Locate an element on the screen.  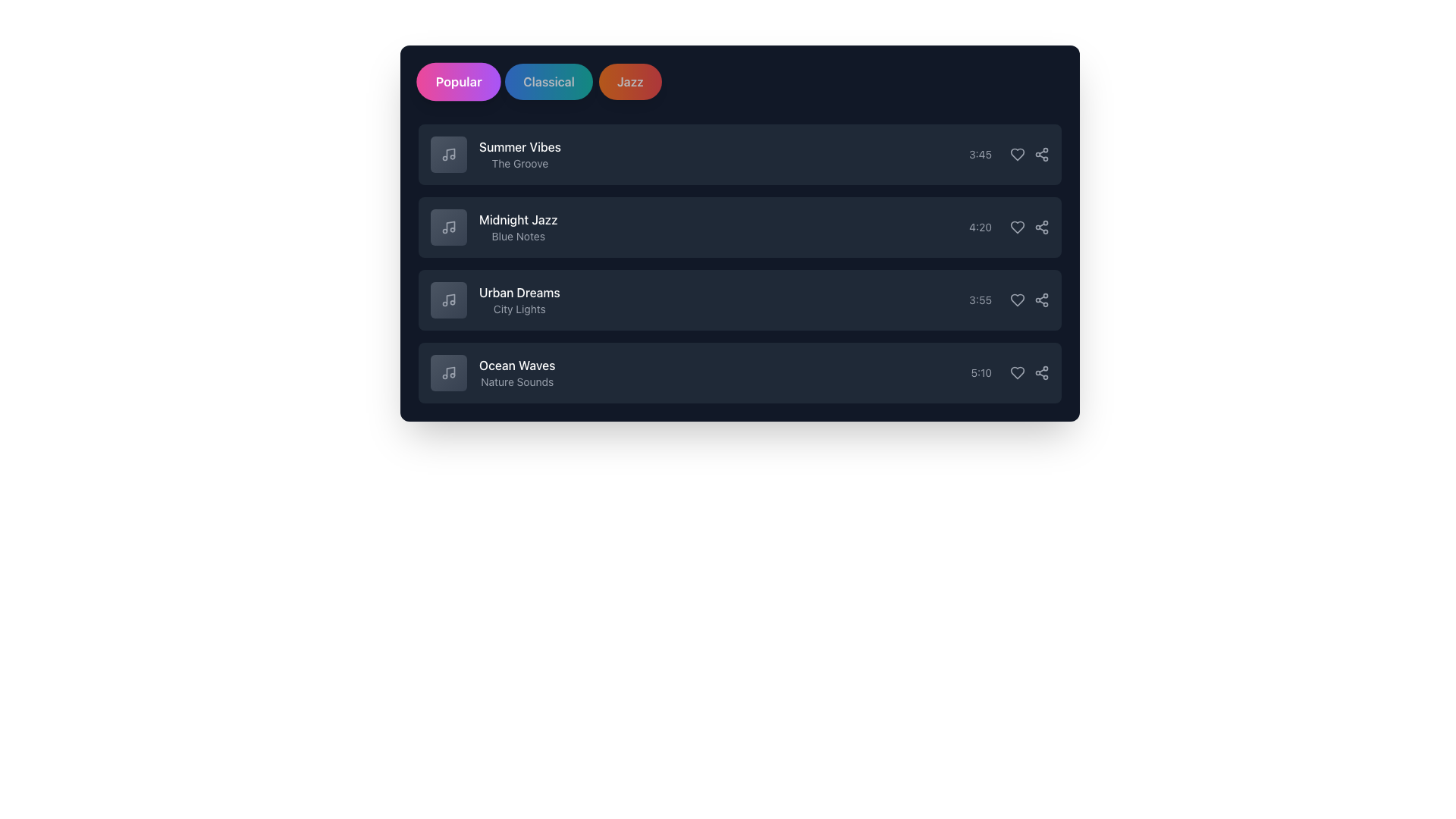
the heart icon button located next to the 'Ocean Waves' list item is located at coordinates (1018, 373).